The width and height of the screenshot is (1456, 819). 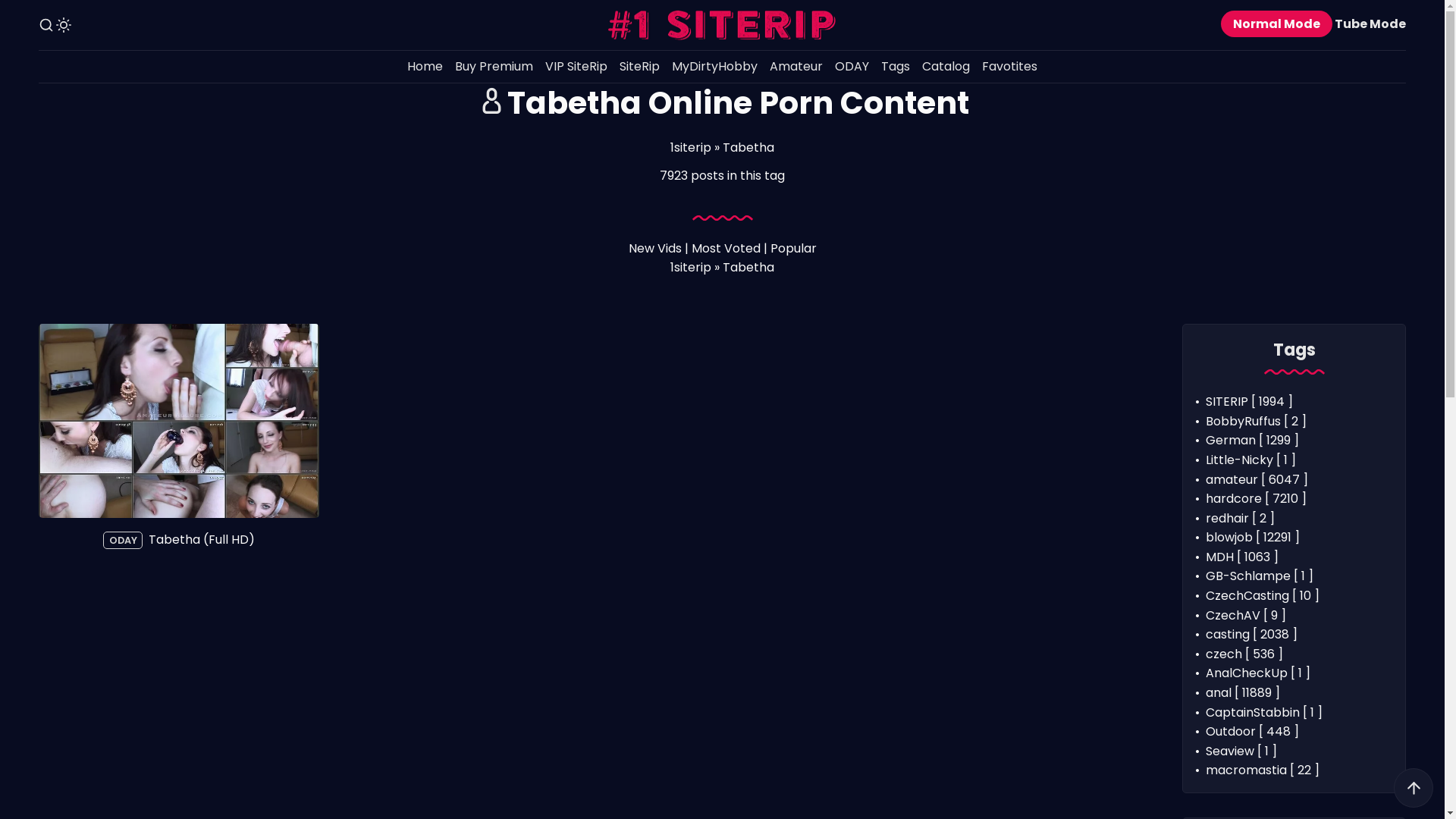 What do you see at coordinates (46, 25) in the screenshot?
I see `'Search'` at bounding box center [46, 25].